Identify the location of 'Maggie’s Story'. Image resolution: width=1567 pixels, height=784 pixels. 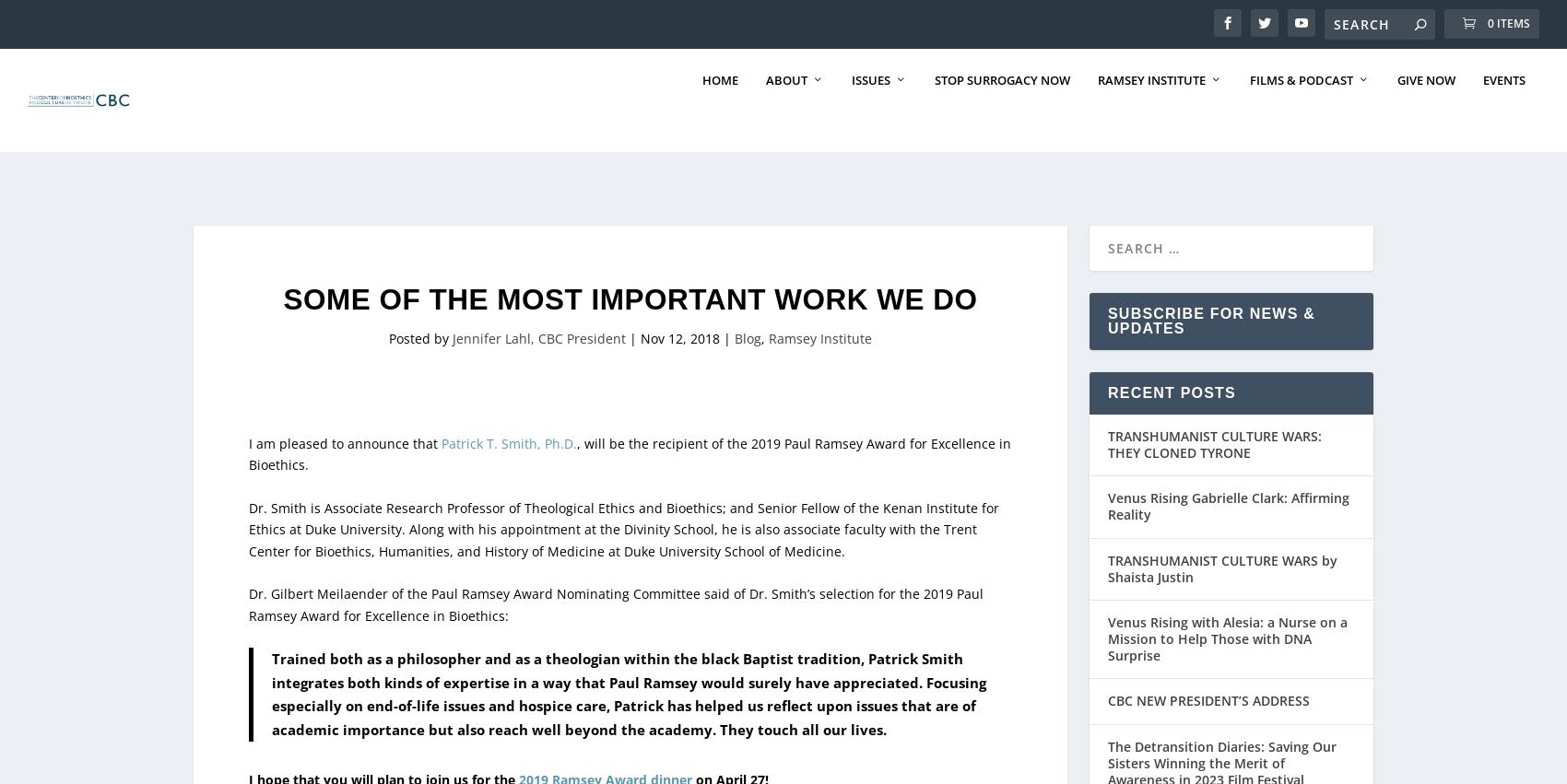
(1258, 645).